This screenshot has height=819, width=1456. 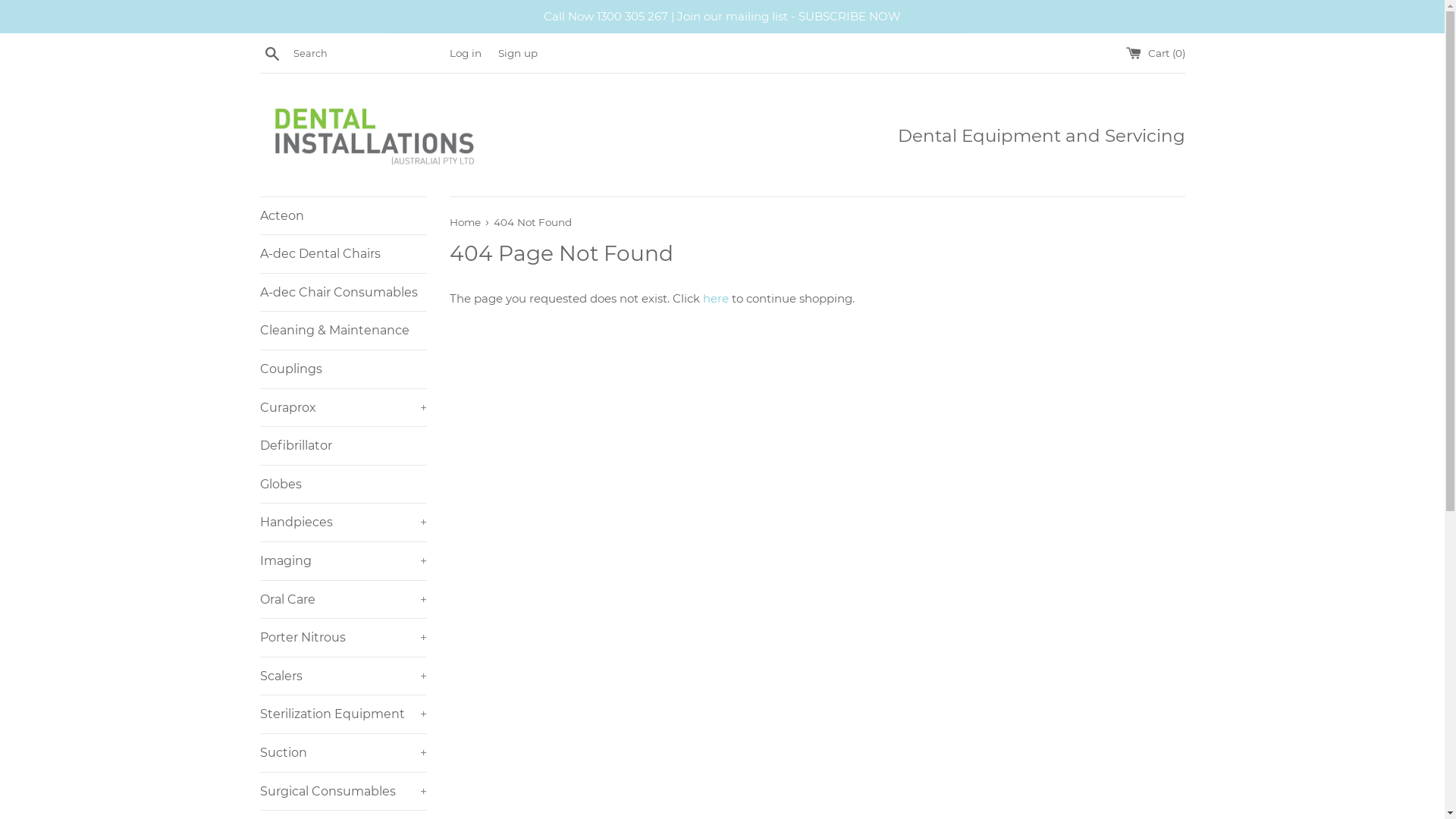 What do you see at coordinates (341, 522) in the screenshot?
I see `'Handpieces` at bounding box center [341, 522].